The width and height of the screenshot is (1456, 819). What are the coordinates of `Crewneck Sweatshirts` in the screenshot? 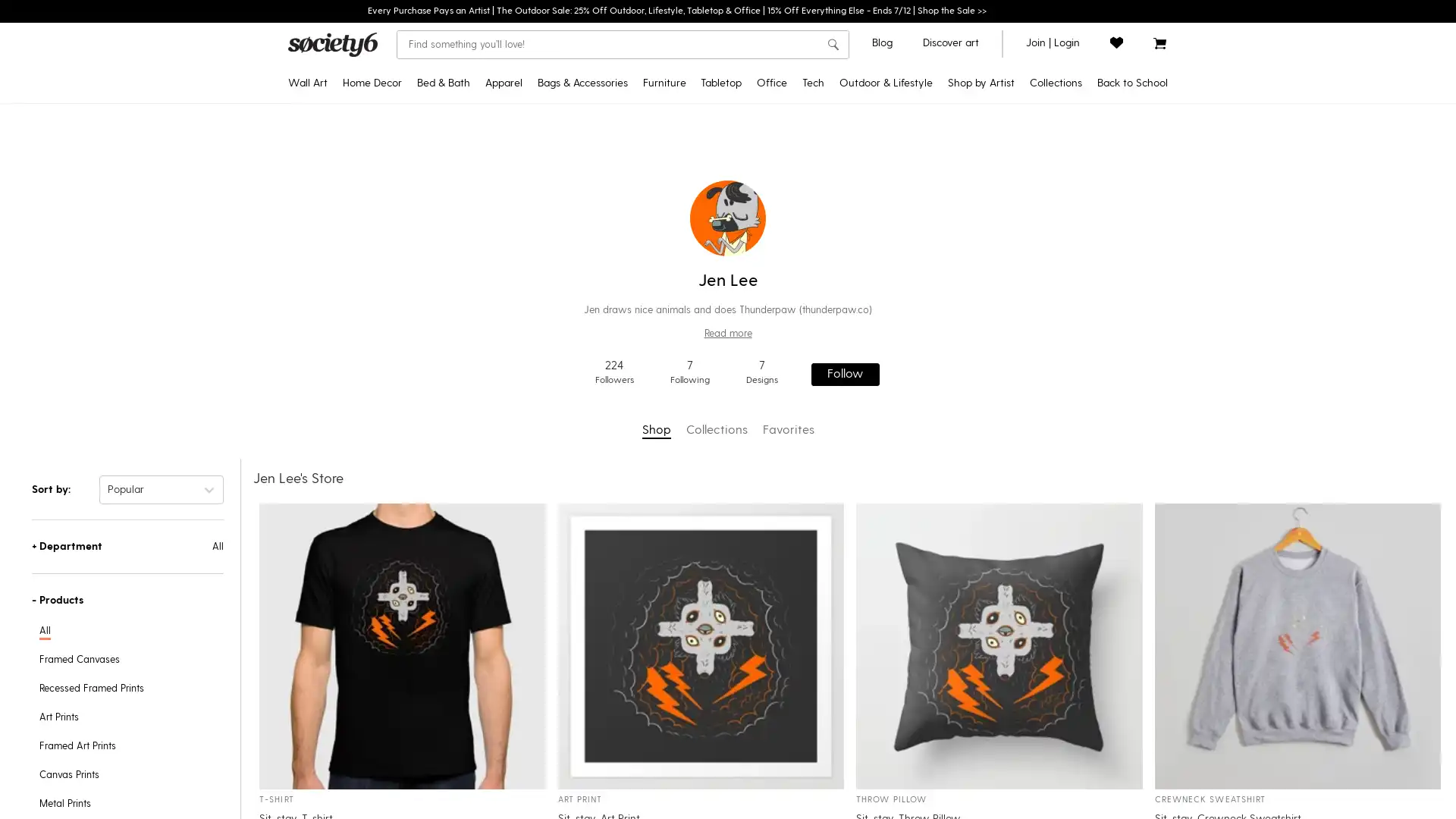 It's located at (551, 146).